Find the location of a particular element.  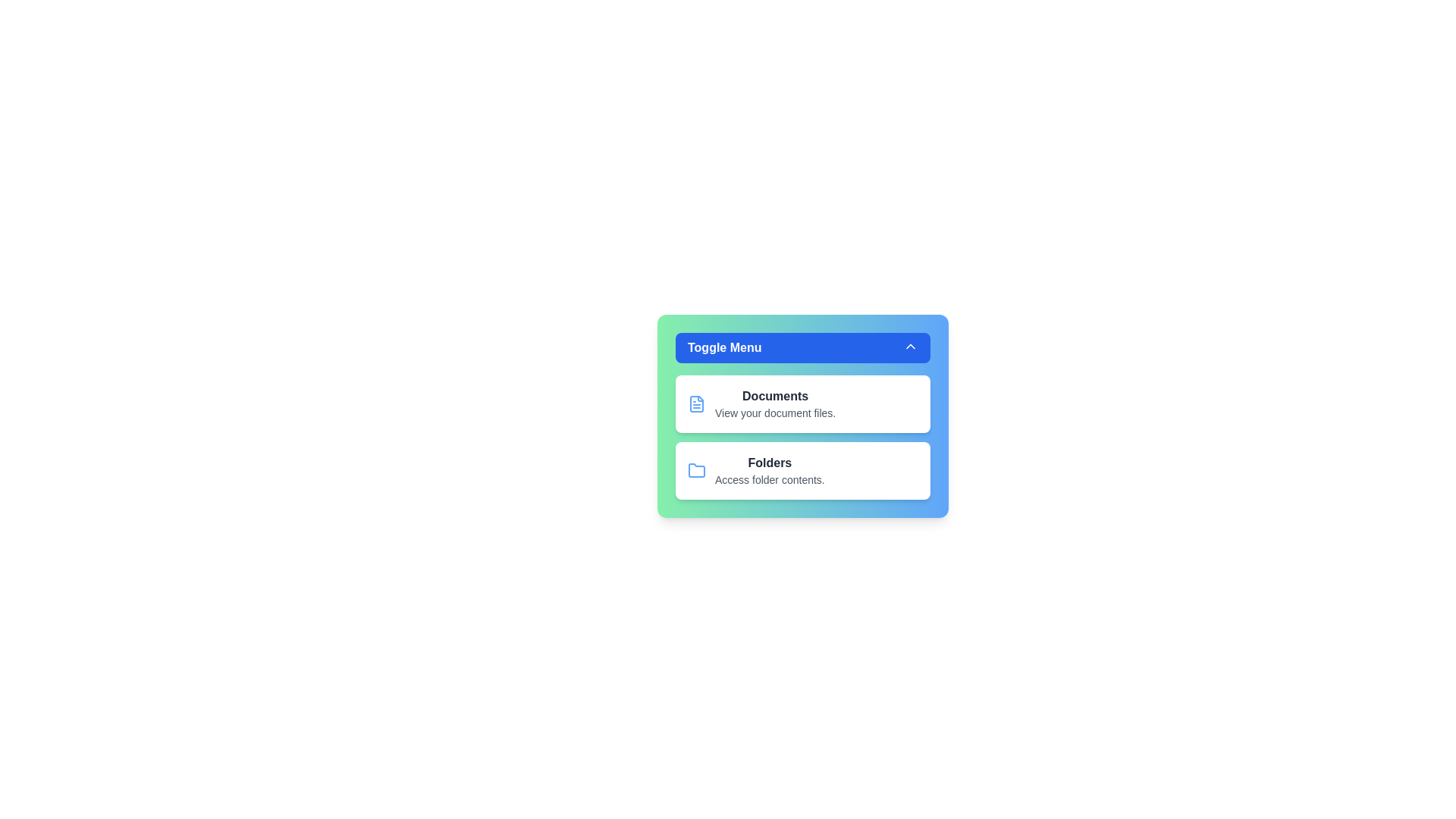

the icon next to the menu item Folders is located at coordinates (695, 470).